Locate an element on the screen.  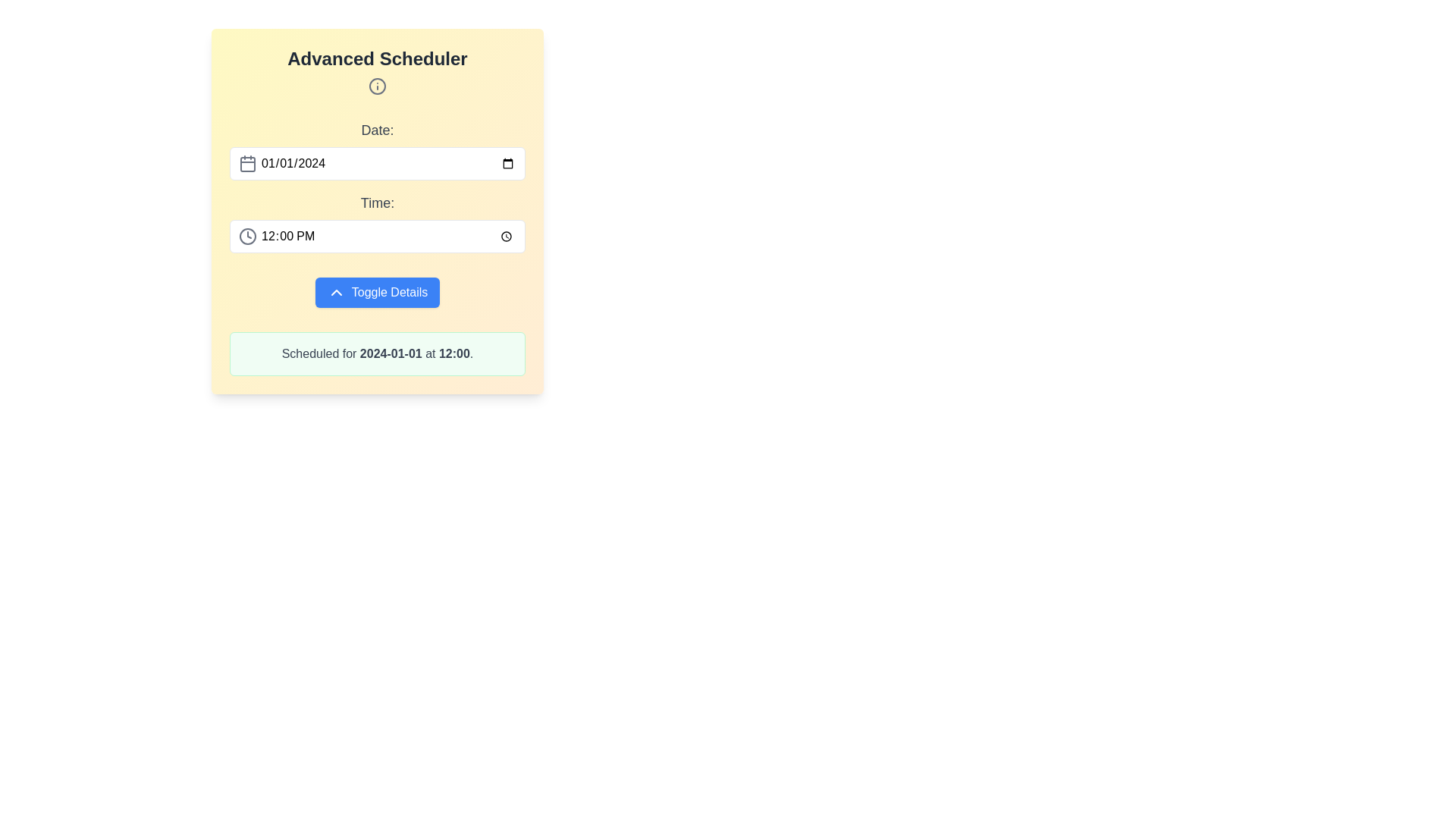
the Date input field in the scheduler interface by using the keyboard for navigation is located at coordinates (378, 164).